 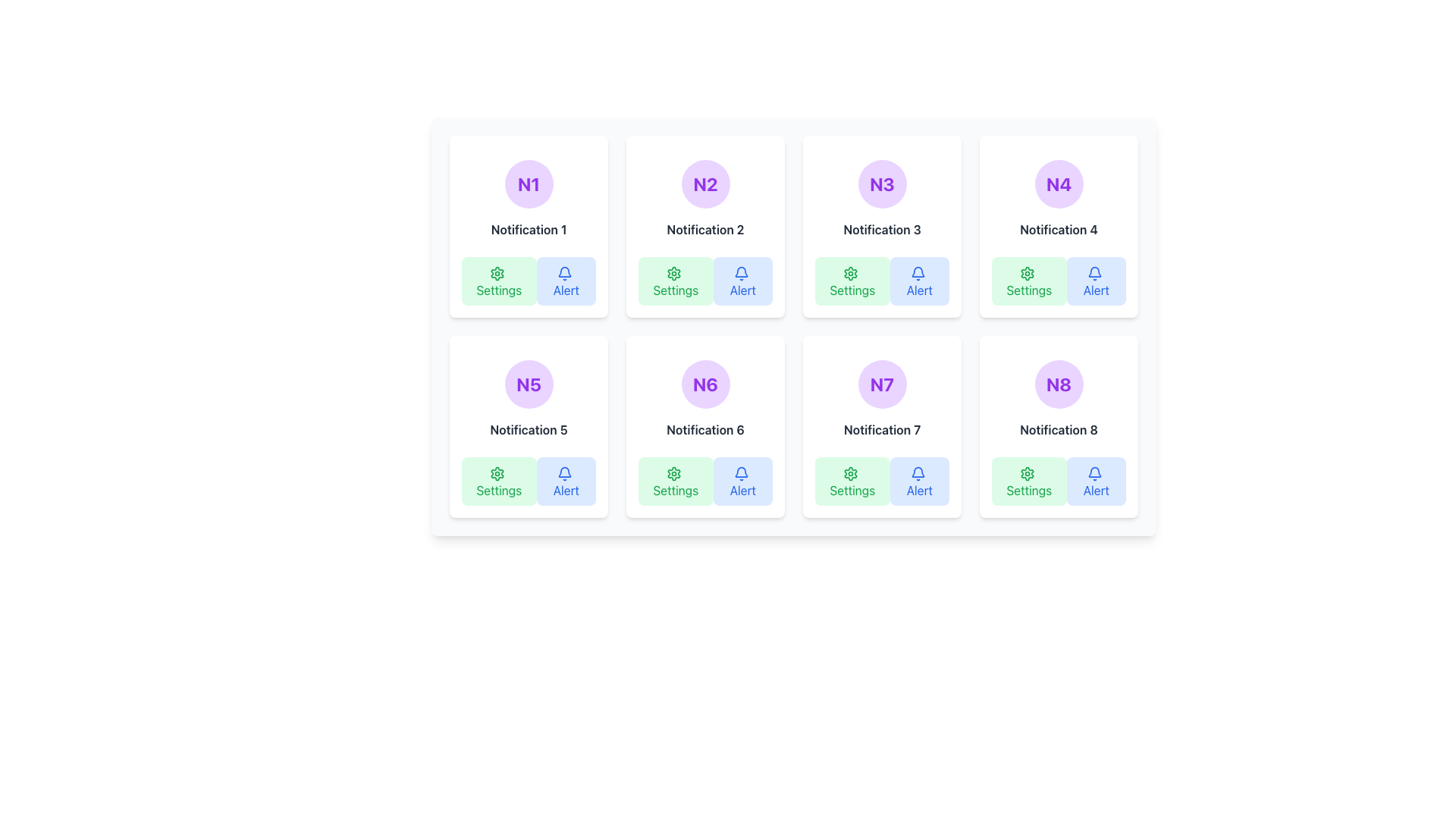 What do you see at coordinates (1096, 482) in the screenshot?
I see `the 'Alert' button with a rounded rectangle shape, light blue background, and blue text located in the 'Notification 8' card` at bounding box center [1096, 482].